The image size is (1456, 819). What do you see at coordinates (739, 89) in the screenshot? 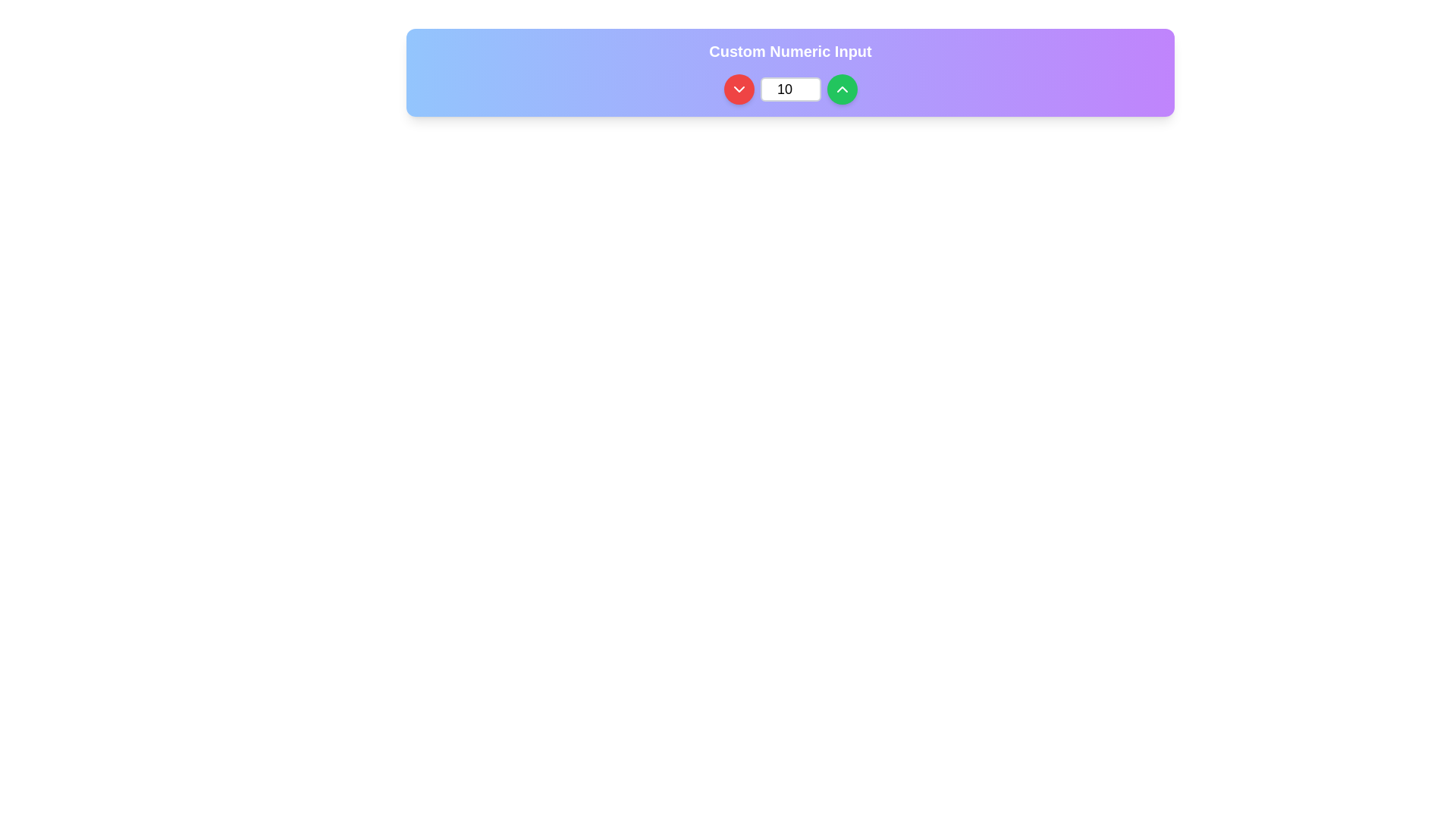
I see `the downward-pointing chevron icon with a red background and white foreground, located to the left of the numeric input box` at bounding box center [739, 89].